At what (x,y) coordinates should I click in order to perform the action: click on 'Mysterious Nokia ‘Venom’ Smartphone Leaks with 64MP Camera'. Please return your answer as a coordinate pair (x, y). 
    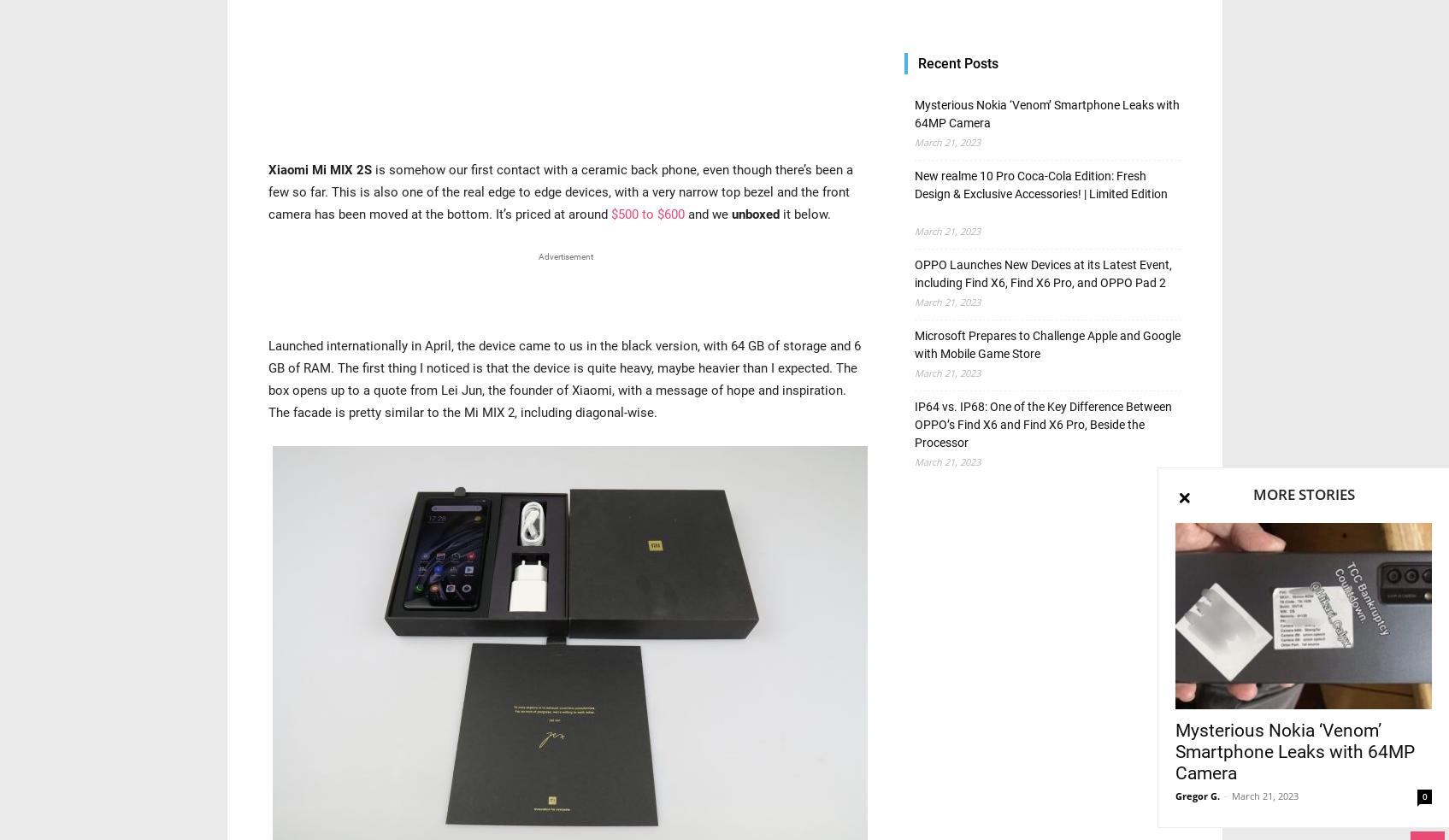
    Looking at the image, I should click on (1046, 113).